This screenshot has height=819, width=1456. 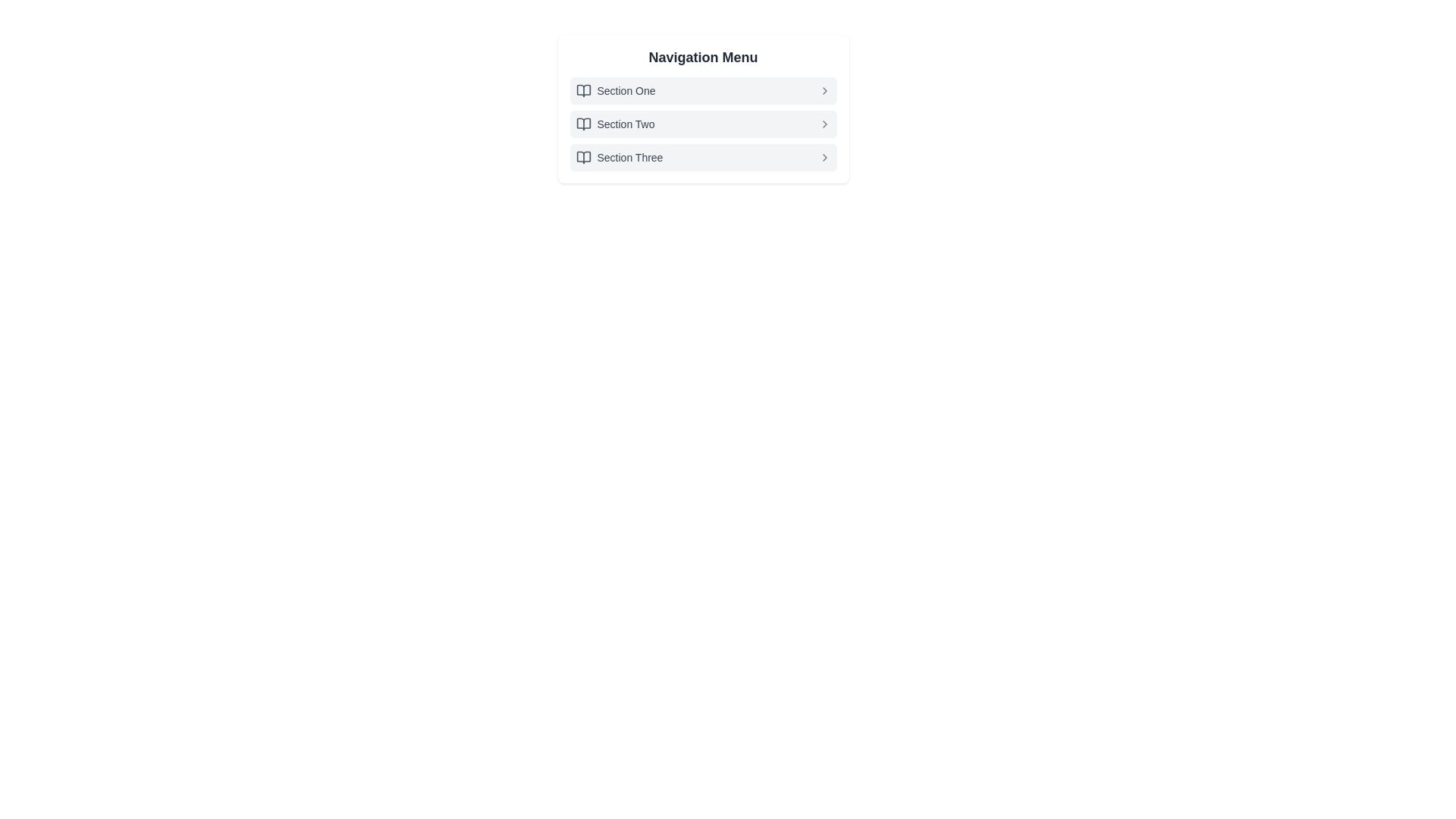 I want to click on the text link labeled 'Section One' in the navigation menu, so click(x=626, y=90).